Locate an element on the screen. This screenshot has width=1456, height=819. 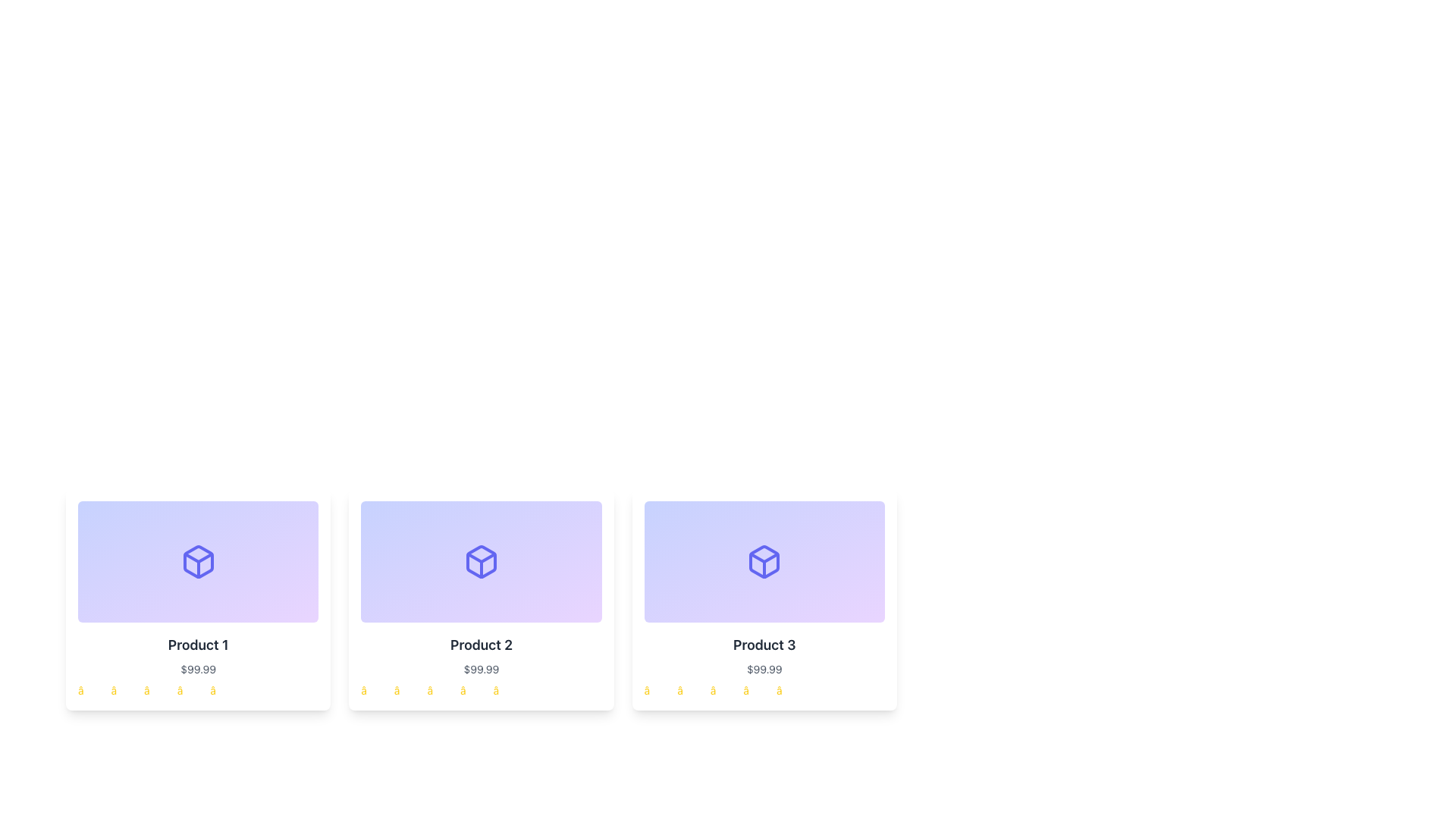
the price text element displayed under the product name and above the rating stars in the first product card is located at coordinates (197, 669).